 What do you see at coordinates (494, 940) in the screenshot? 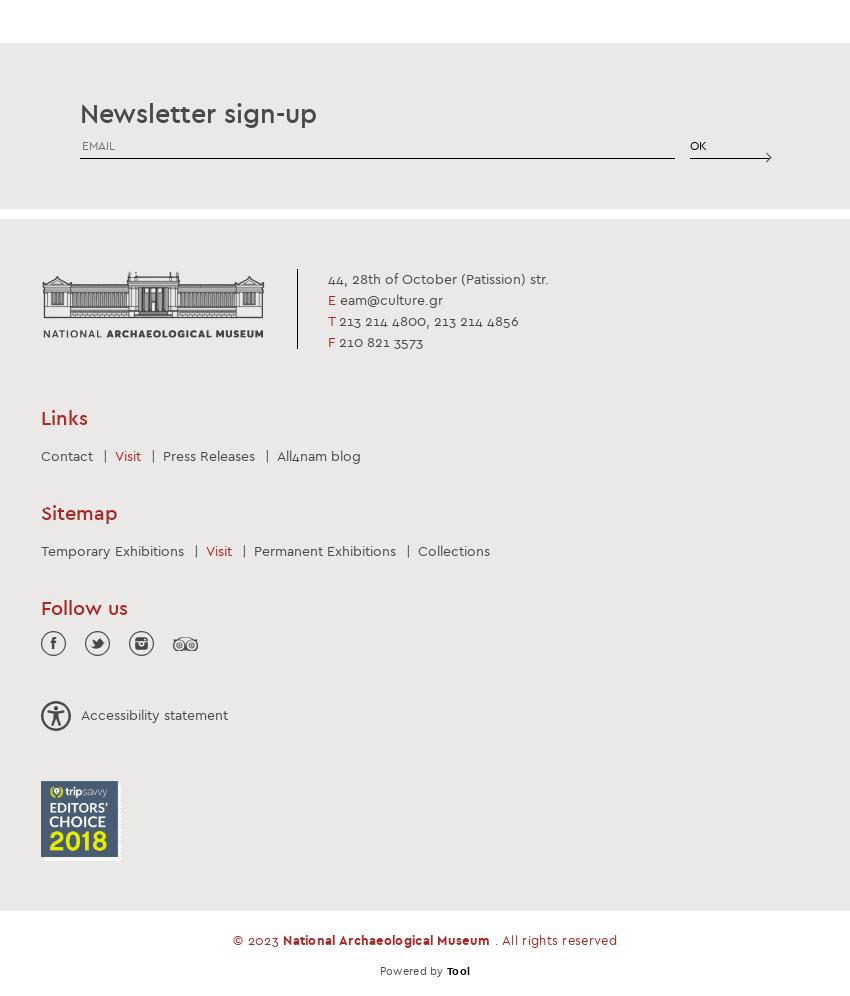
I see `'. All rights reserved'` at bounding box center [494, 940].